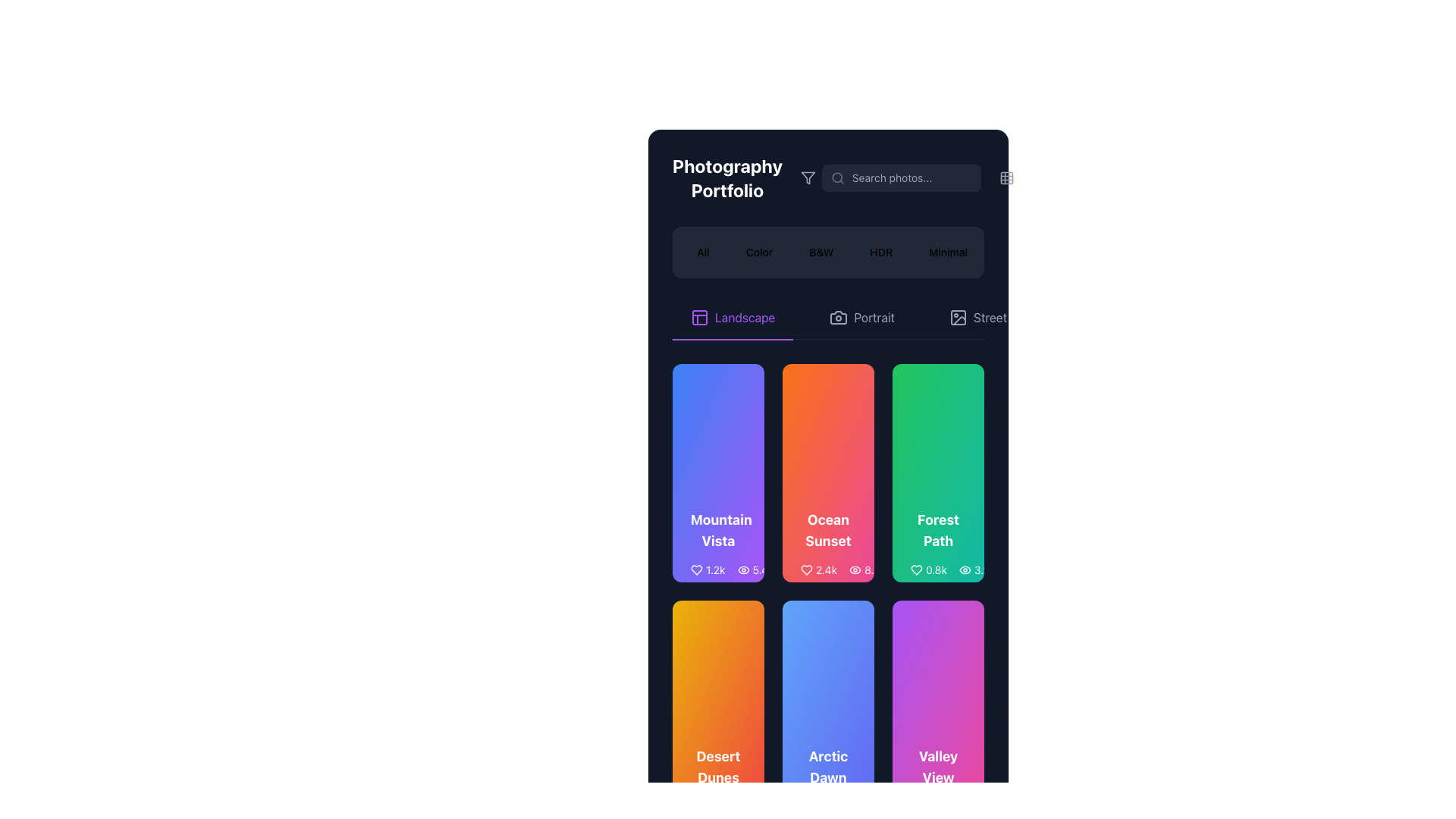  I want to click on the view toggle button located in the top-right corner of the interface to change the view layout, so click(1006, 177).